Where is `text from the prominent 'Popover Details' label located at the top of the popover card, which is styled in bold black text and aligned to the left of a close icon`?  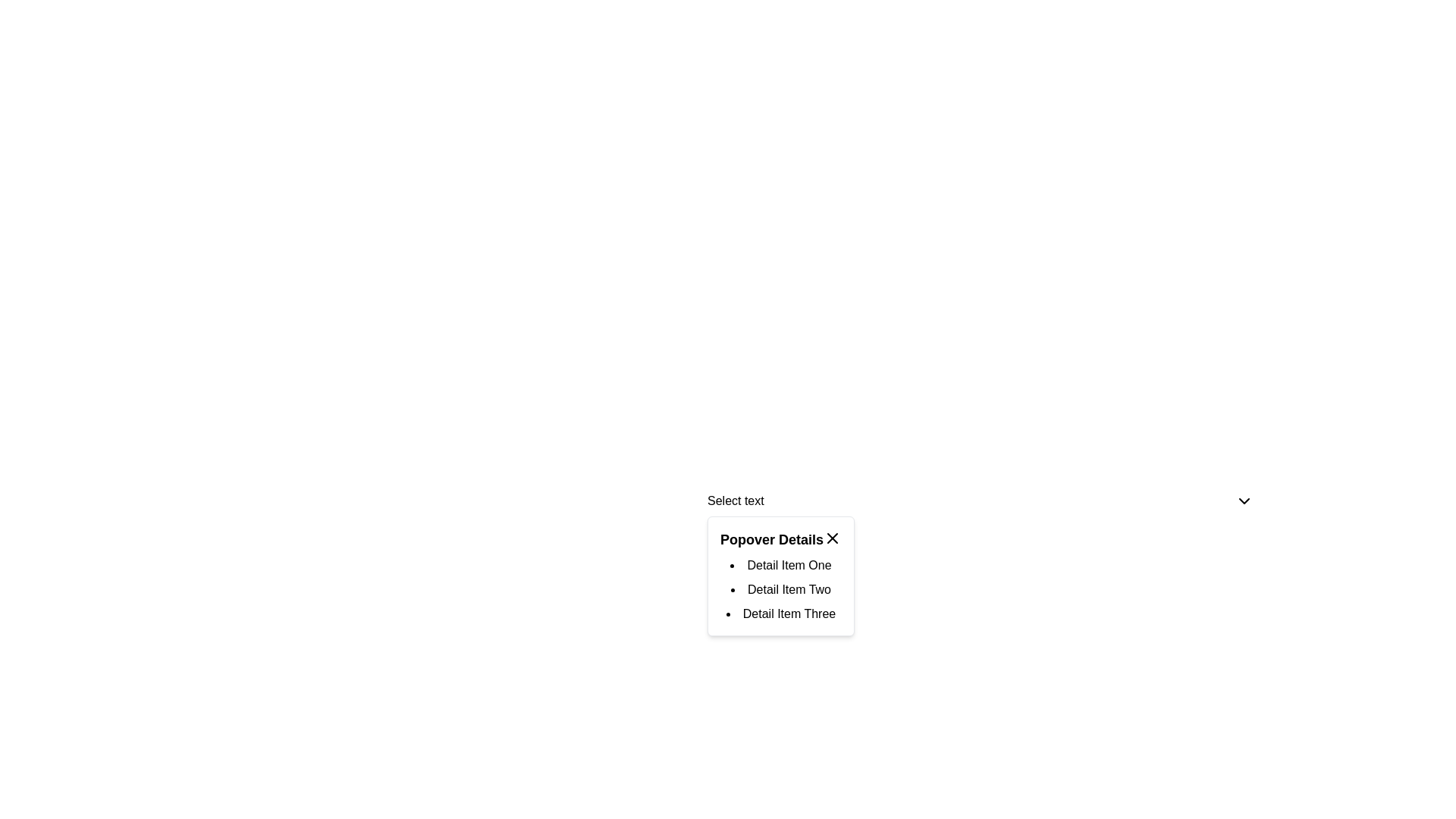
text from the prominent 'Popover Details' label located at the top of the popover card, which is styled in bold black text and aligned to the left of a close icon is located at coordinates (771, 539).